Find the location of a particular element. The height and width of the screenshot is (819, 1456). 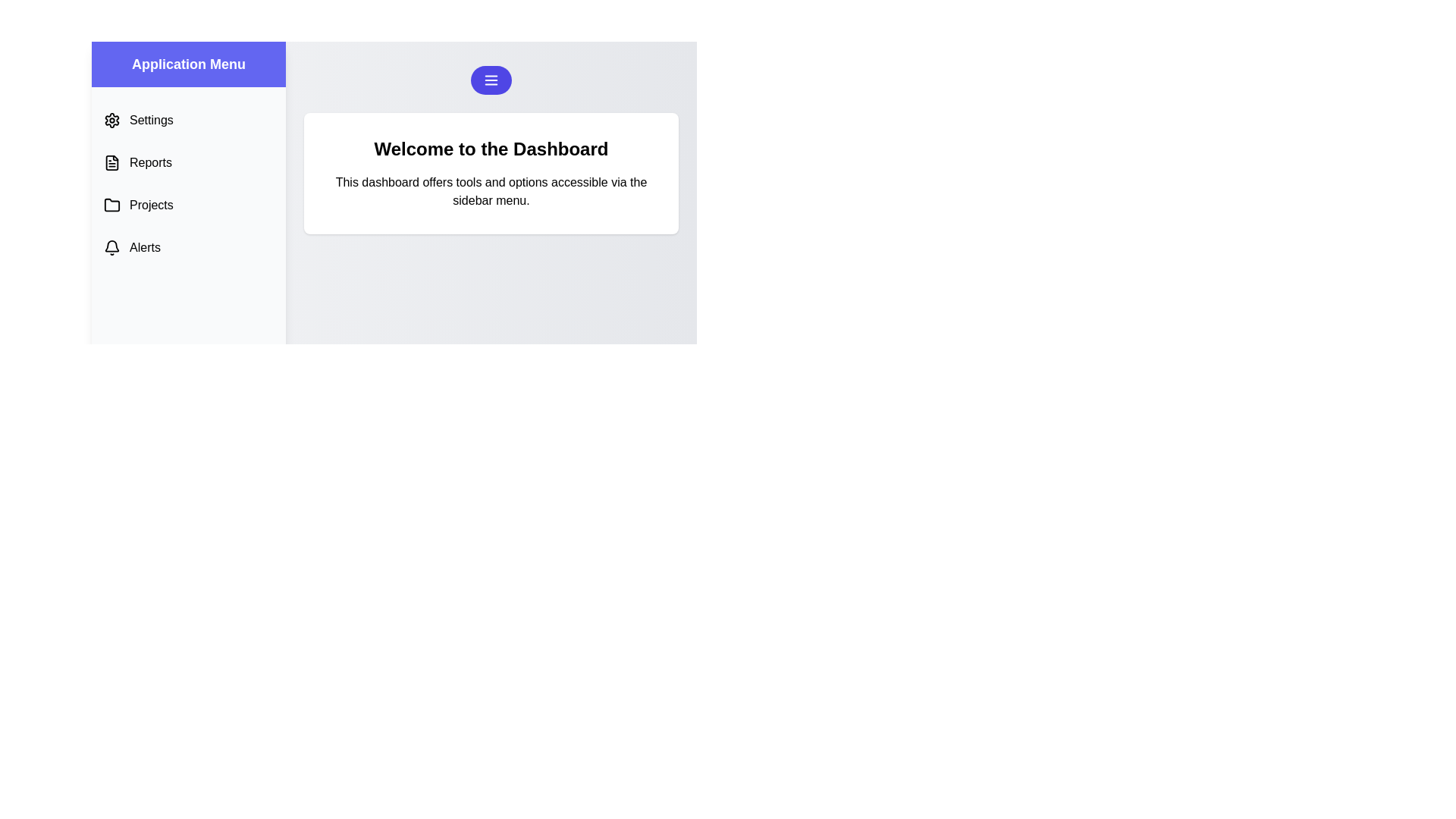

the menu option Settings is located at coordinates (188, 119).